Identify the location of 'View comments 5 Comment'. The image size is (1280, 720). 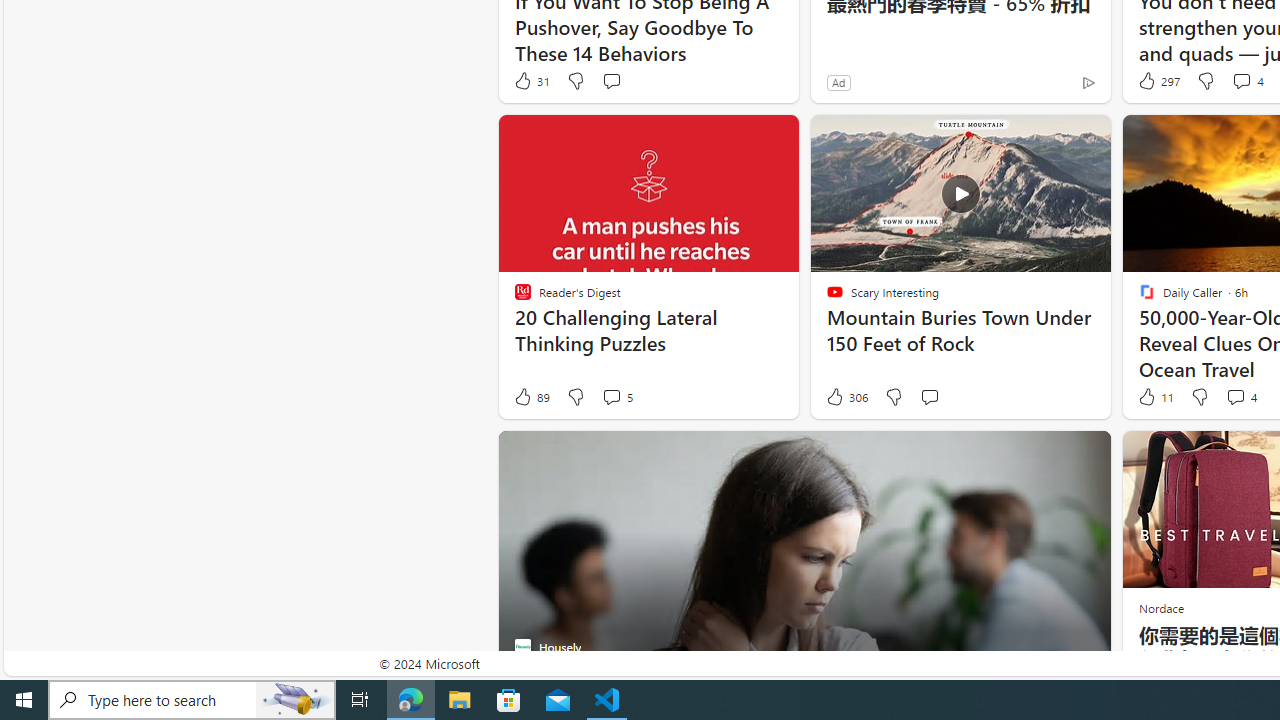
(610, 397).